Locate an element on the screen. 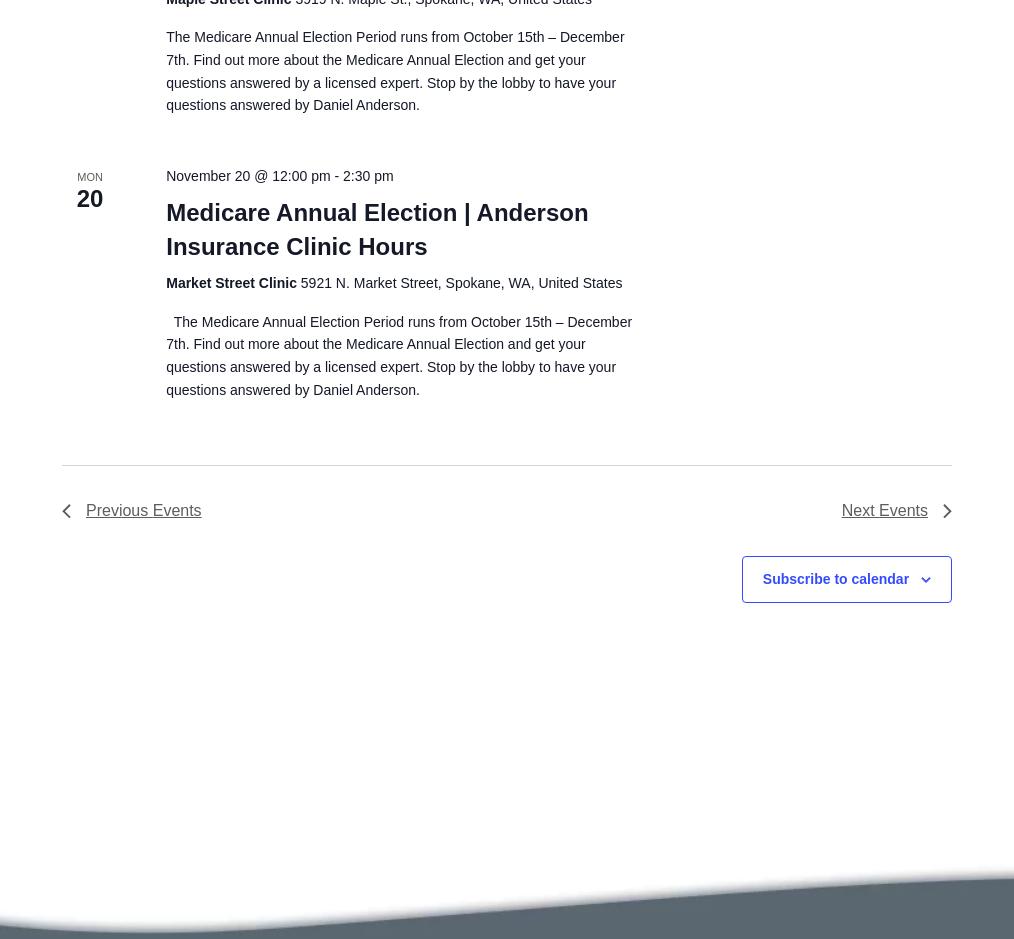  'The Medicare Annual Election Period runs from October 15th – December 7th. Find out more about the Medicare Annual Election and get your questions answered by a licensed expert. Stop by the lobby to have your questions answered by Daniel Anderson.' is located at coordinates (398, 354).